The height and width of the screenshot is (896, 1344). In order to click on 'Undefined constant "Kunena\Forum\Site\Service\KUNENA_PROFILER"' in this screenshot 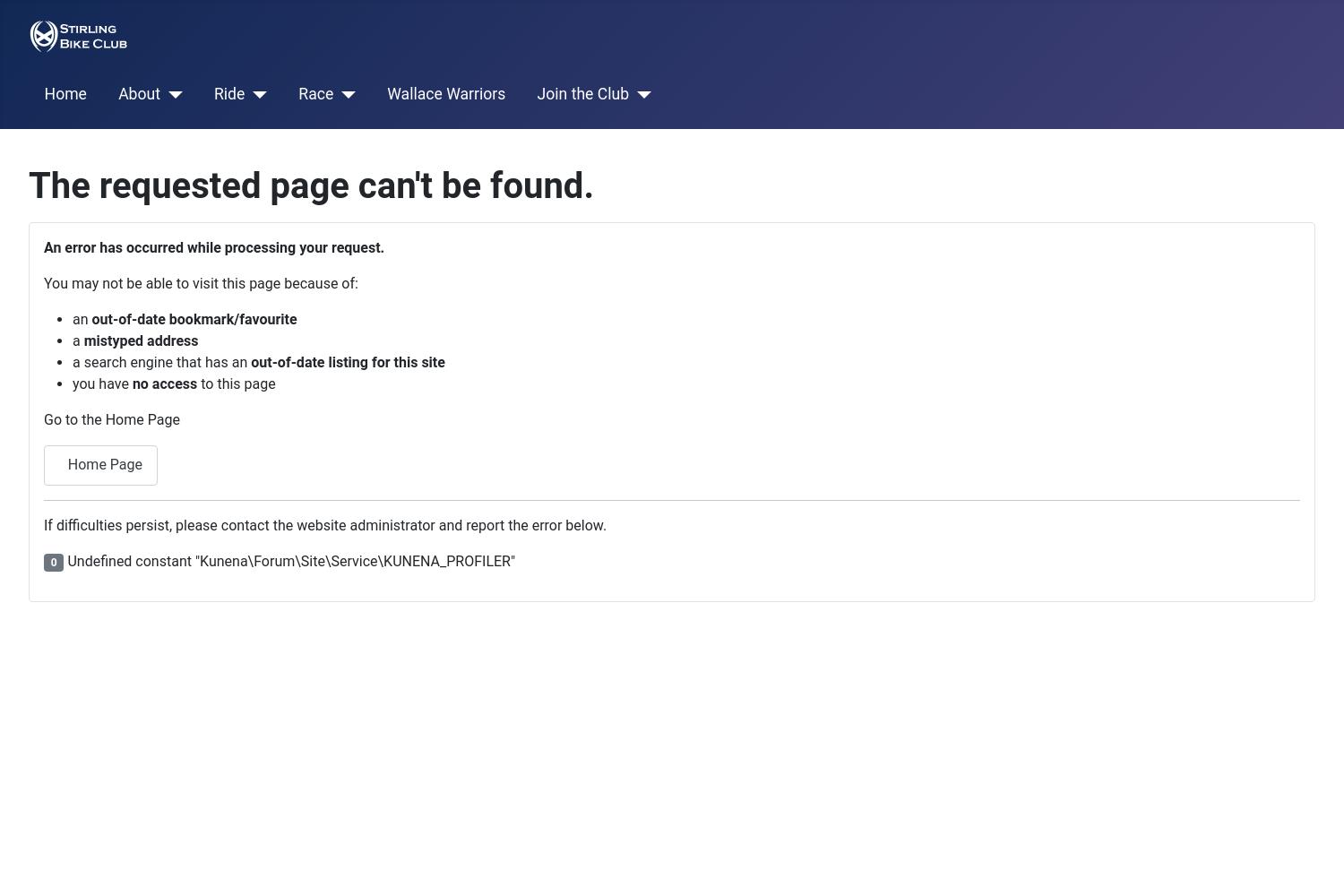, I will do `click(288, 560)`.